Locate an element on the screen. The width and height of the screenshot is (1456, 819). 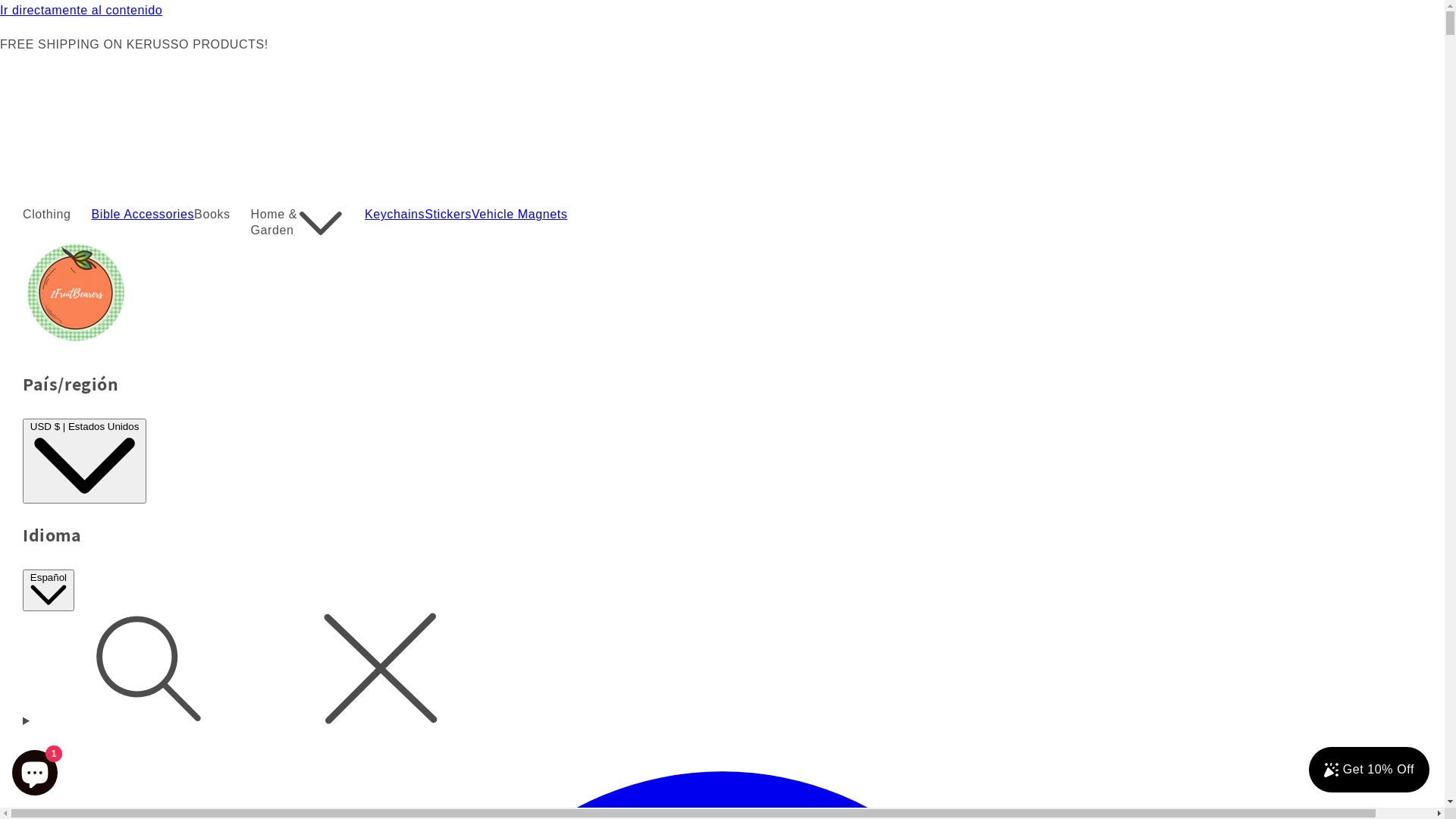
'Keychains' is located at coordinates (364, 215).